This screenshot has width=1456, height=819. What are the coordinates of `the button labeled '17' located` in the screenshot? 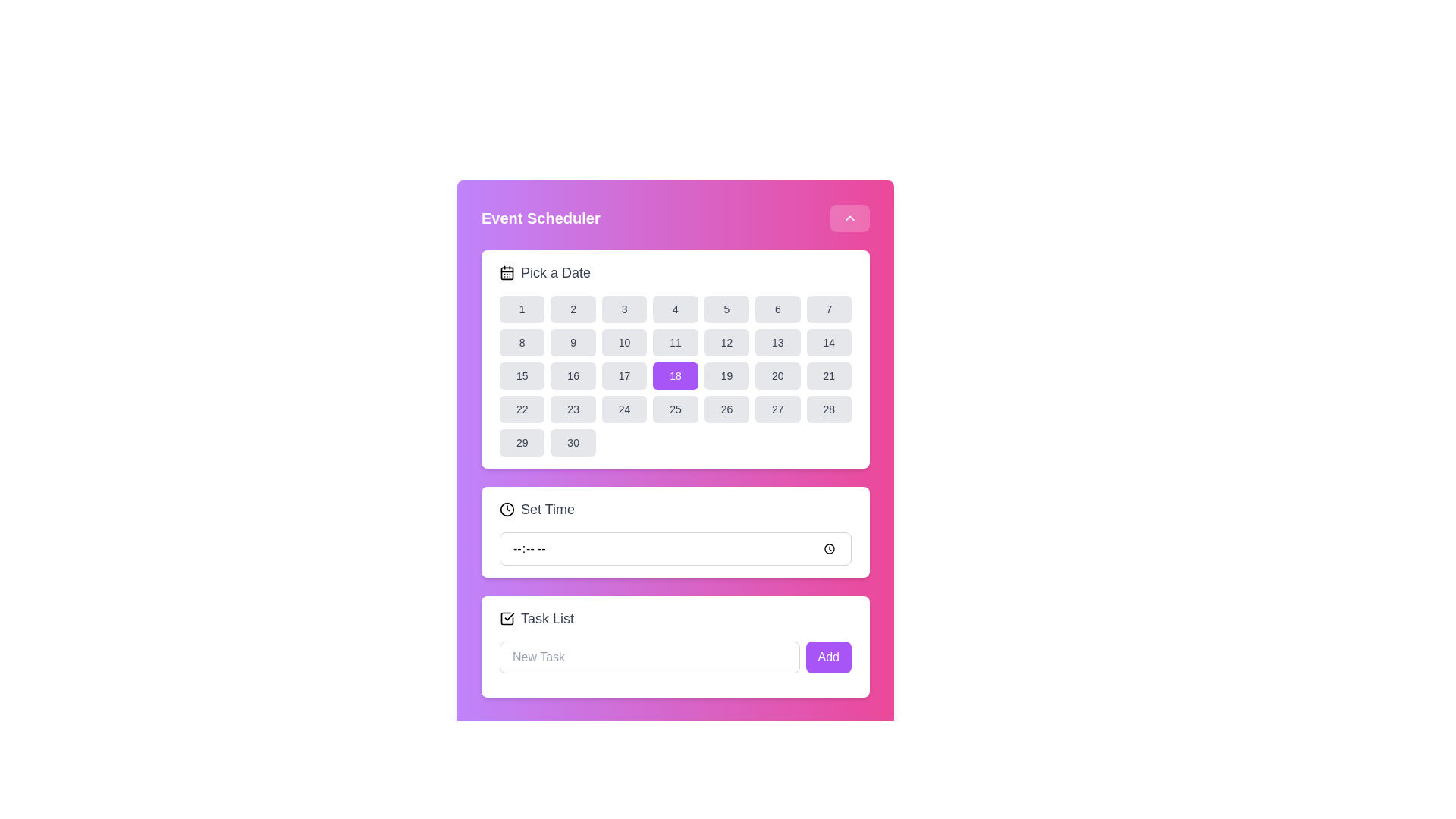 It's located at (624, 375).